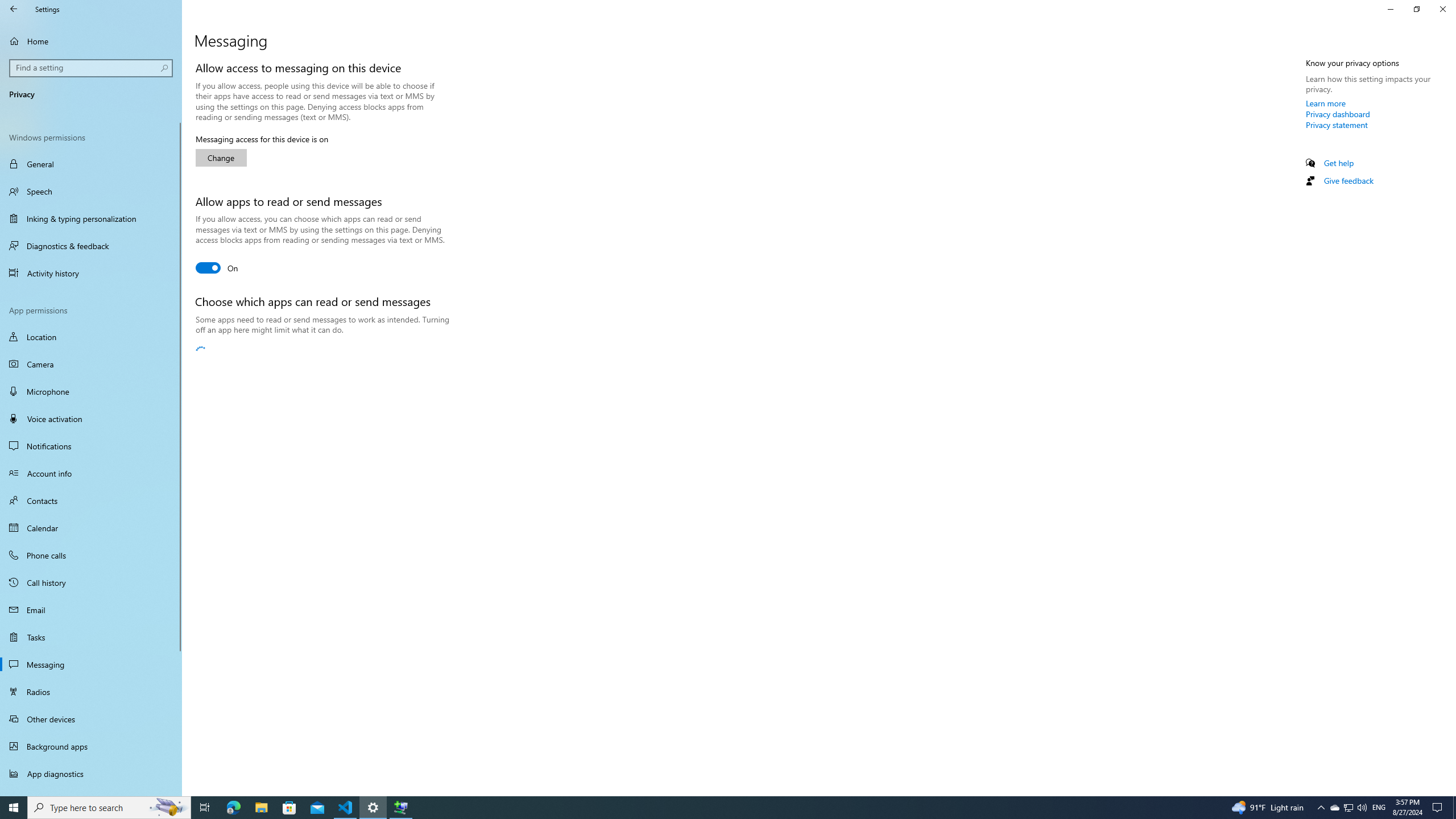 The width and height of the screenshot is (1456, 819). What do you see at coordinates (1326, 102) in the screenshot?
I see `'Learn more'` at bounding box center [1326, 102].